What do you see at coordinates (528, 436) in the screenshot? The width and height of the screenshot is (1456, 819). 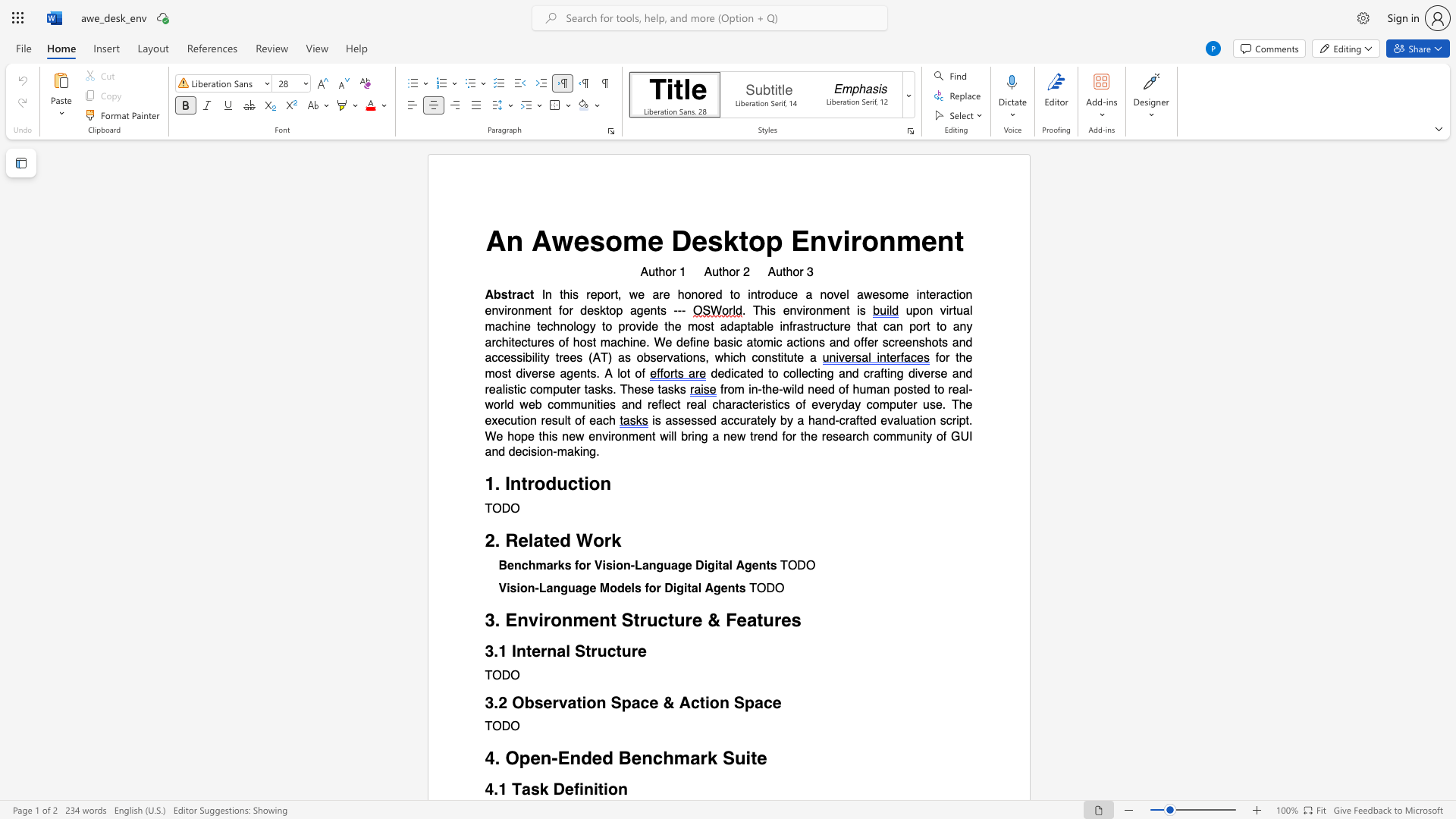 I see `the subset text "e this" within the text "is assessed accurately by a hand-crafted evaluation script. We hope this"` at bounding box center [528, 436].